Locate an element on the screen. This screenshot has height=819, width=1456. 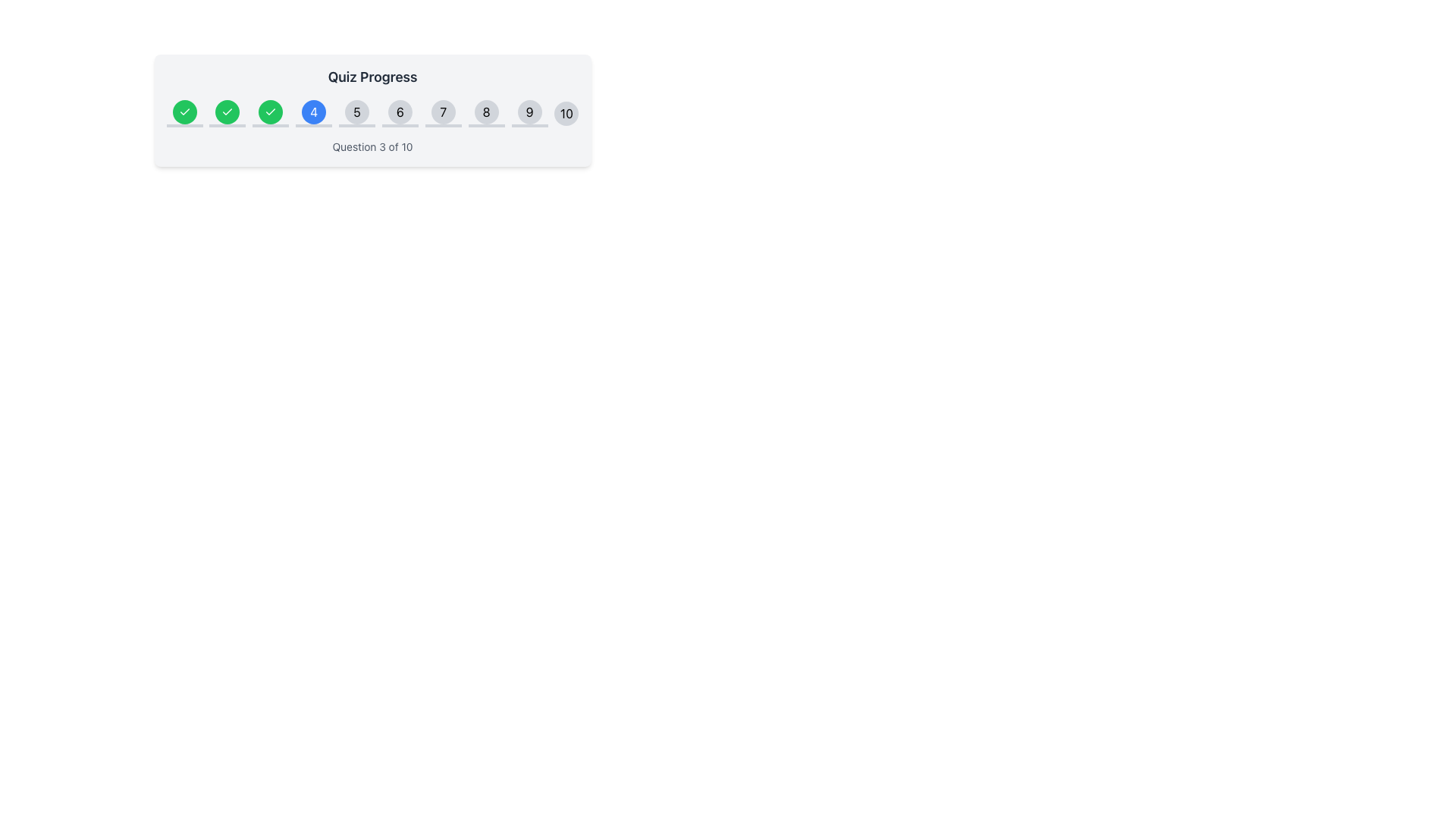
static text label that displays 'Question 3 of 10', which is centered and positioned below the progress tracker is located at coordinates (372, 146).